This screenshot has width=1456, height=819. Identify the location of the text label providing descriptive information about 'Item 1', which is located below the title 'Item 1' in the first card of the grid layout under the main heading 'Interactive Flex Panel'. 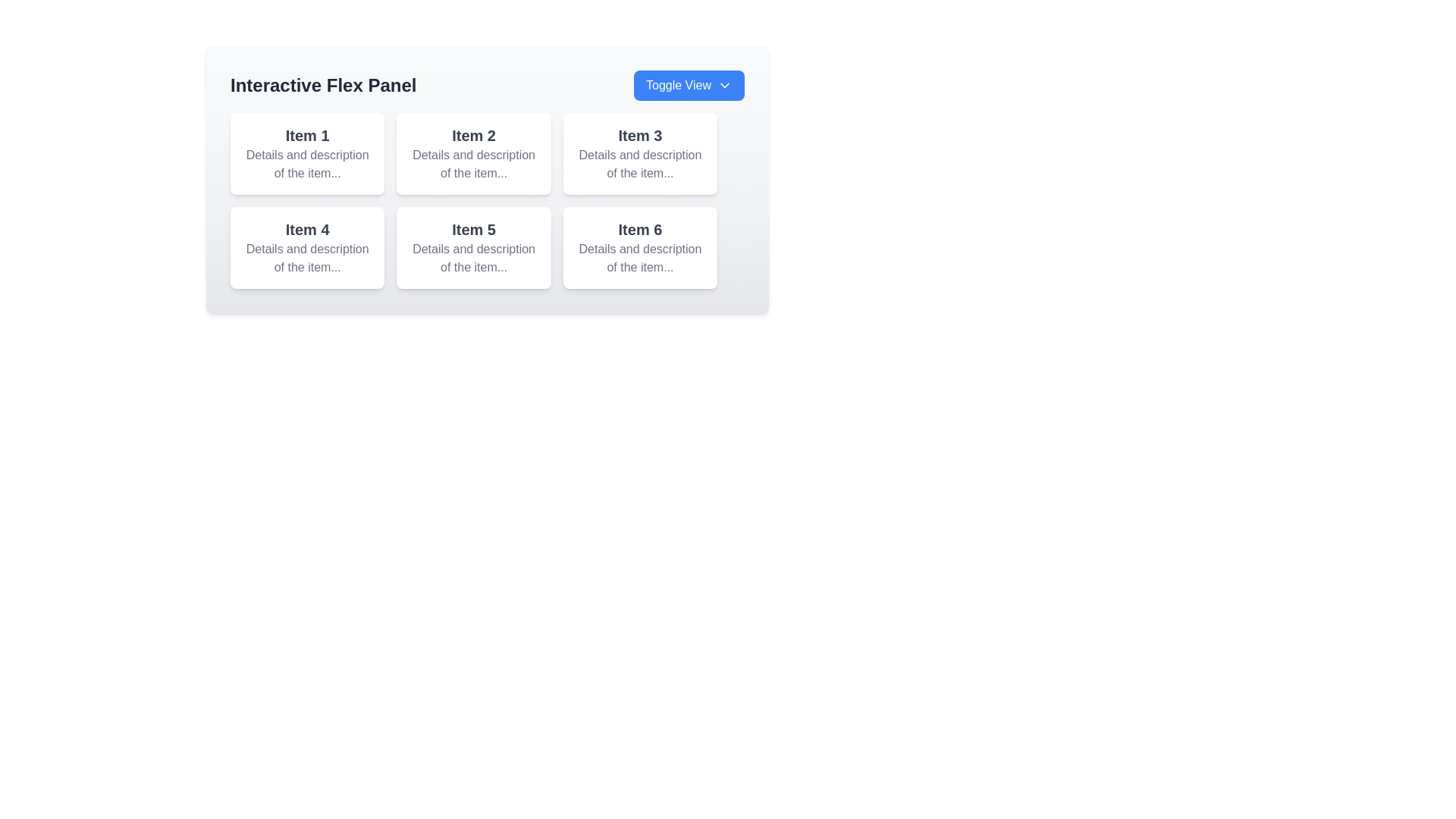
(306, 164).